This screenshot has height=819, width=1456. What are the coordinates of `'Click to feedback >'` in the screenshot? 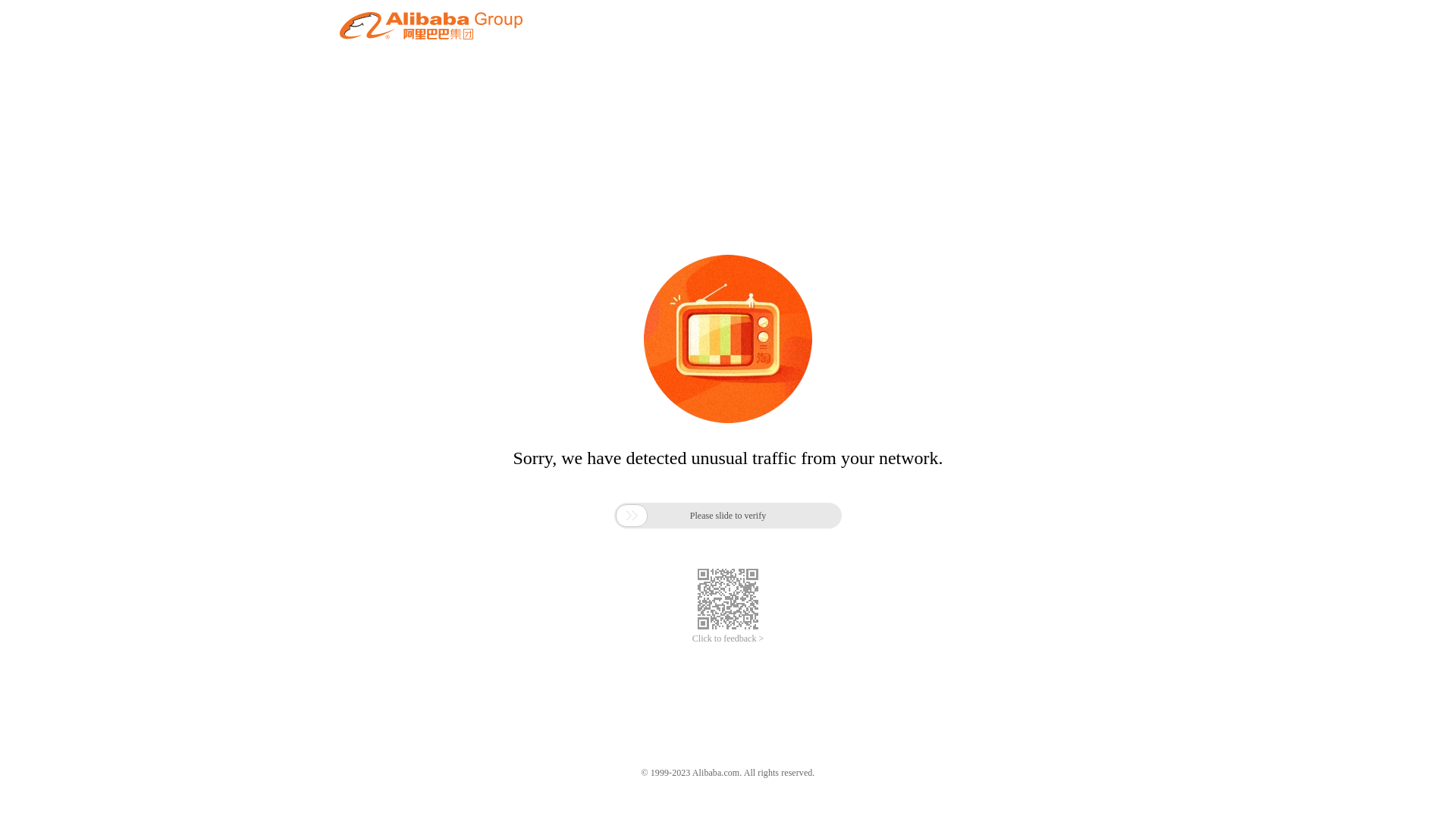 It's located at (691, 639).